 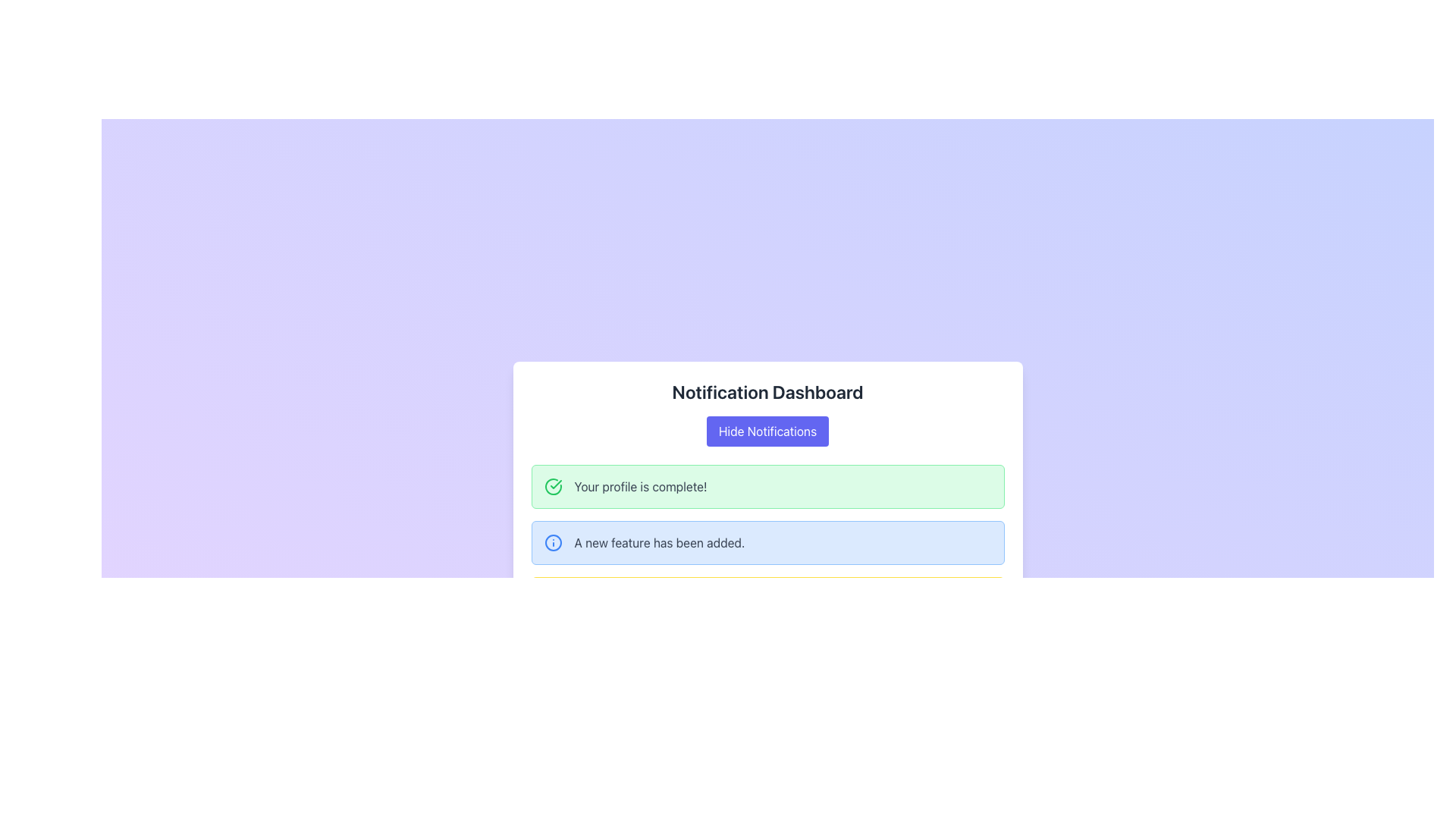 What do you see at coordinates (767, 486) in the screenshot?
I see `the informational notification box that has a light green background and contains the message 'Your profile is complete!'` at bounding box center [767, 486].